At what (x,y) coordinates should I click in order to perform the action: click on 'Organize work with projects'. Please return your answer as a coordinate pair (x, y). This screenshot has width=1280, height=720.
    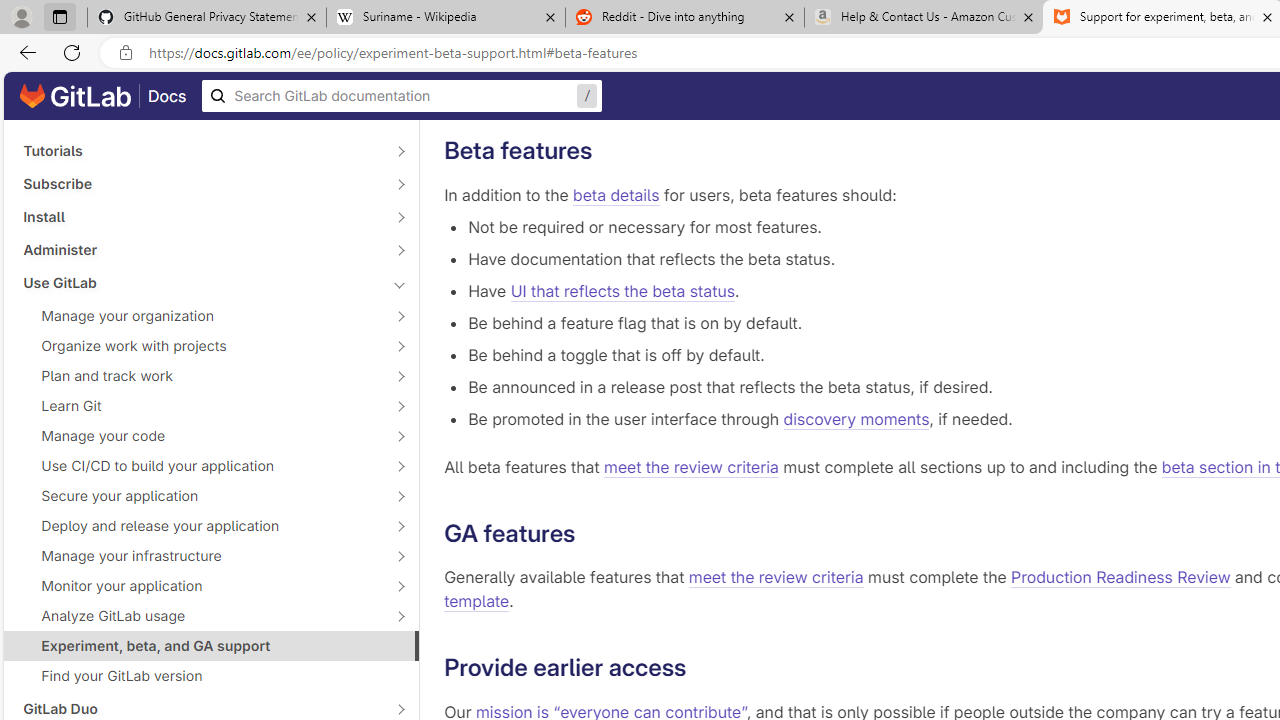
    Looking at the image, I should click on (200, 344).